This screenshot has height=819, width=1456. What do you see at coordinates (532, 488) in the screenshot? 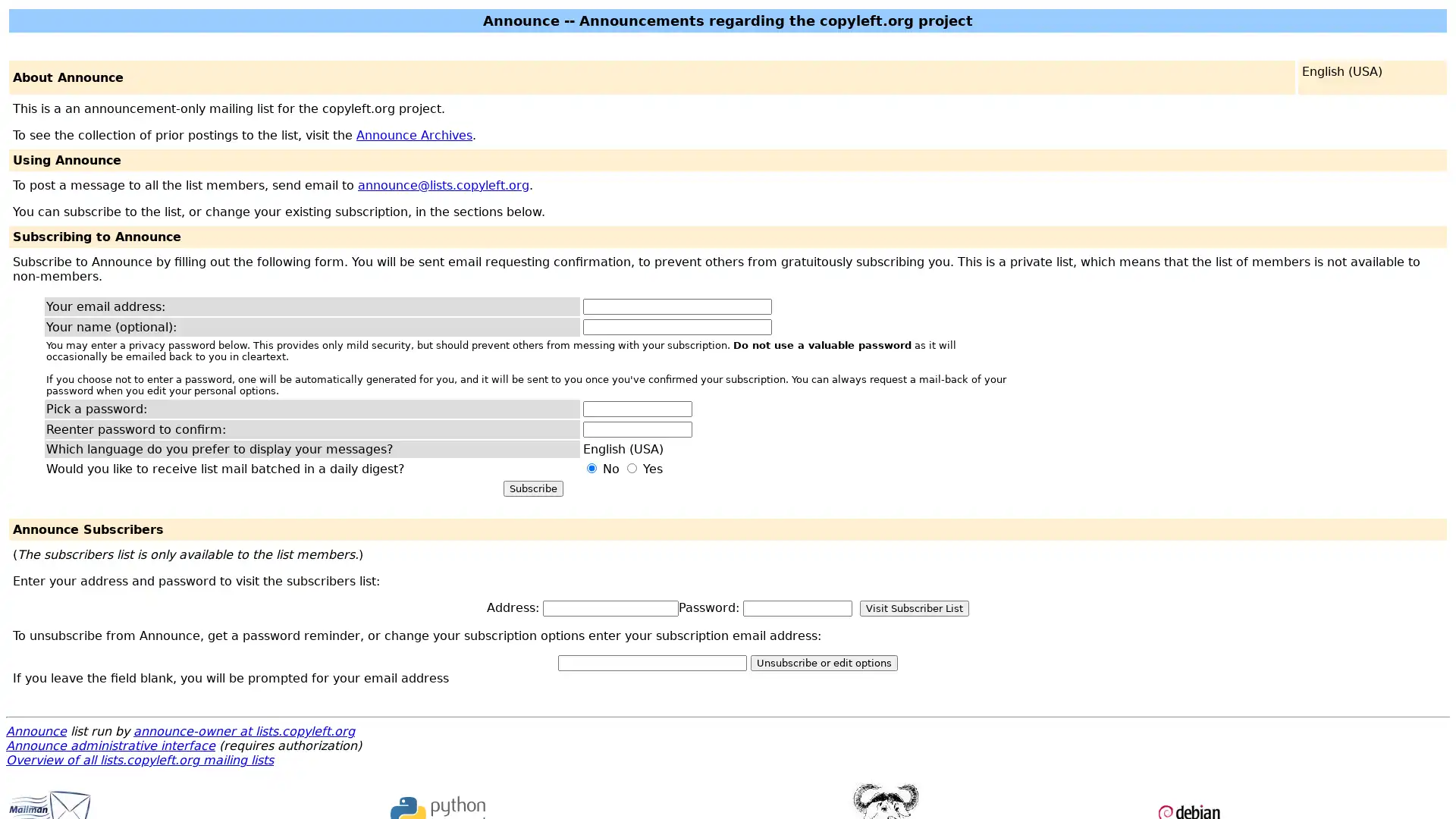
I see `Subscribe` at bounding box center [532, 488].